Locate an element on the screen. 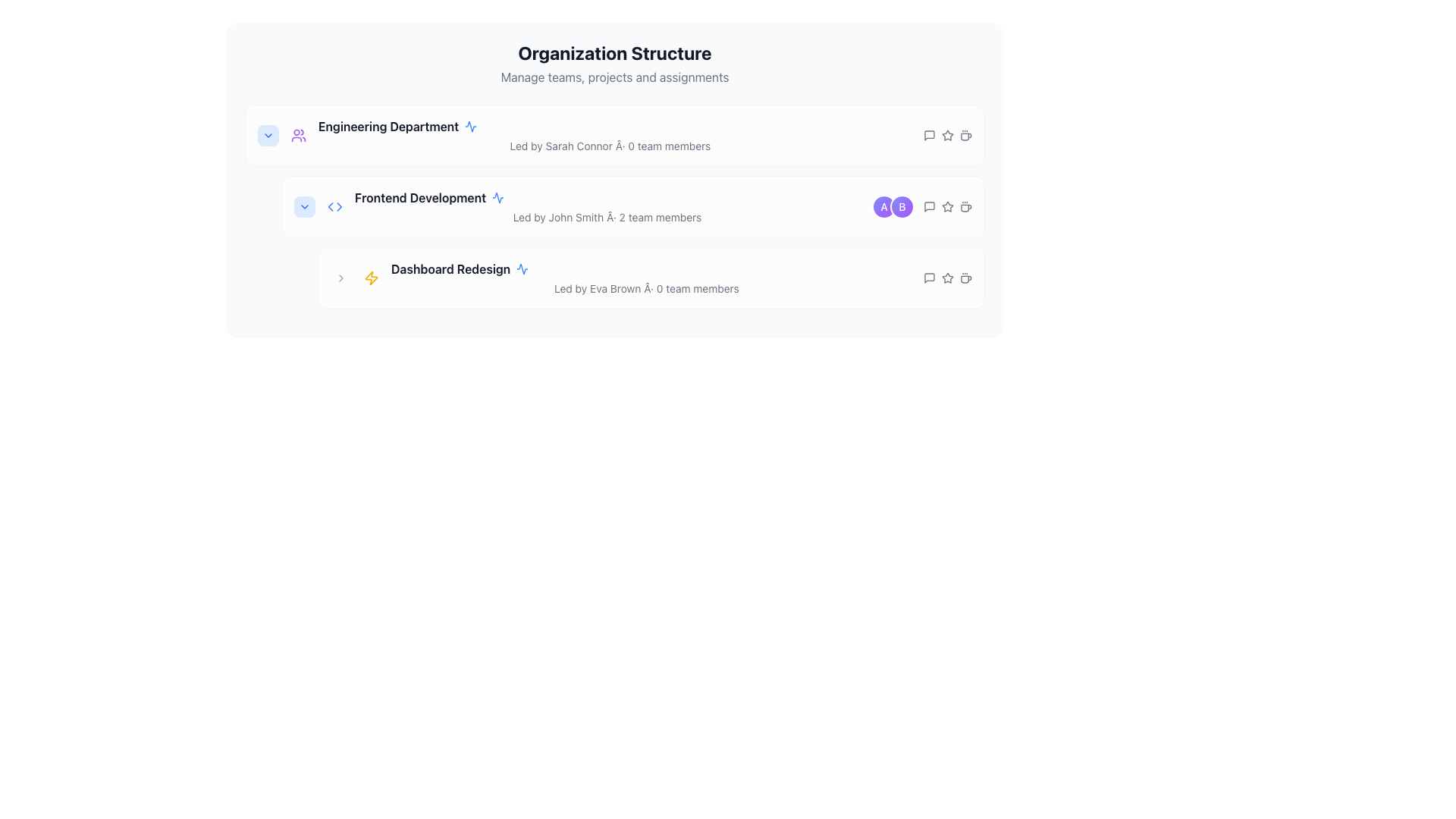  the group or team icon located to the left of the 'Engineering Department' label is located at coordinates (298, 134).